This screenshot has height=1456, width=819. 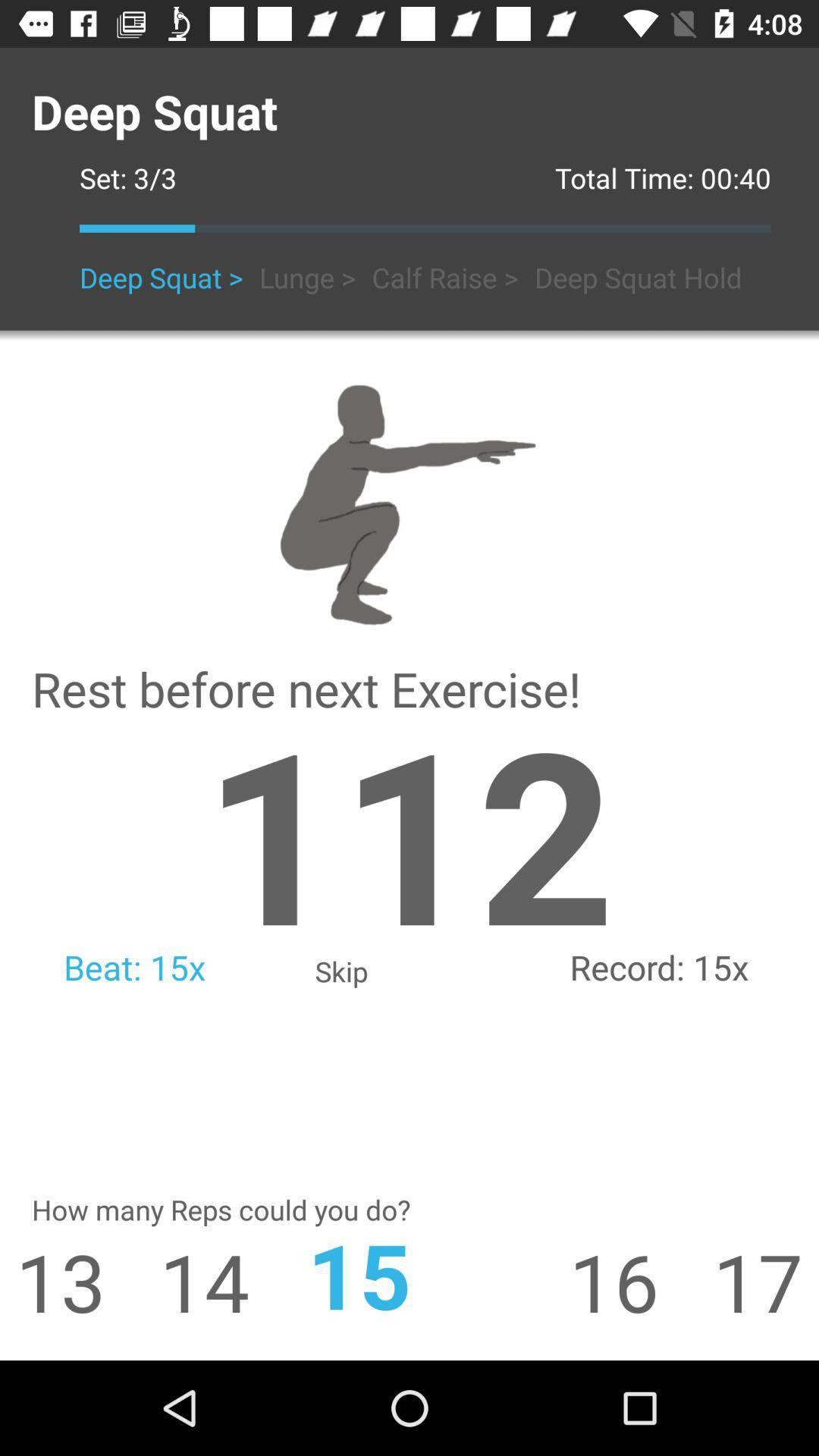 I want to click on the app next to 15 item, so click(x=641, y=1280).